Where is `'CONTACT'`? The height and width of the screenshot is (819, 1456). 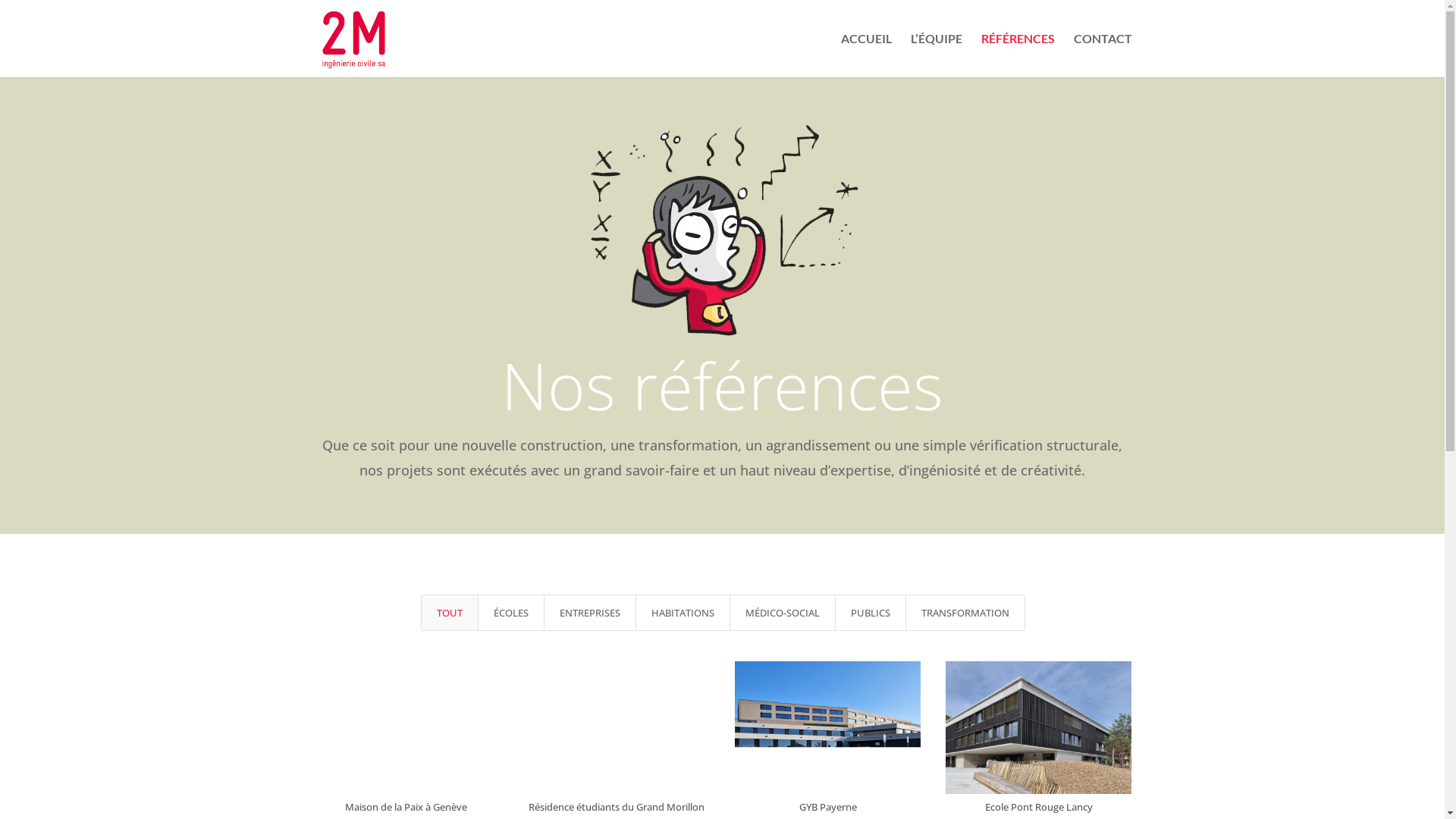
'CONTACT' is located at coordinates (1103, 55).